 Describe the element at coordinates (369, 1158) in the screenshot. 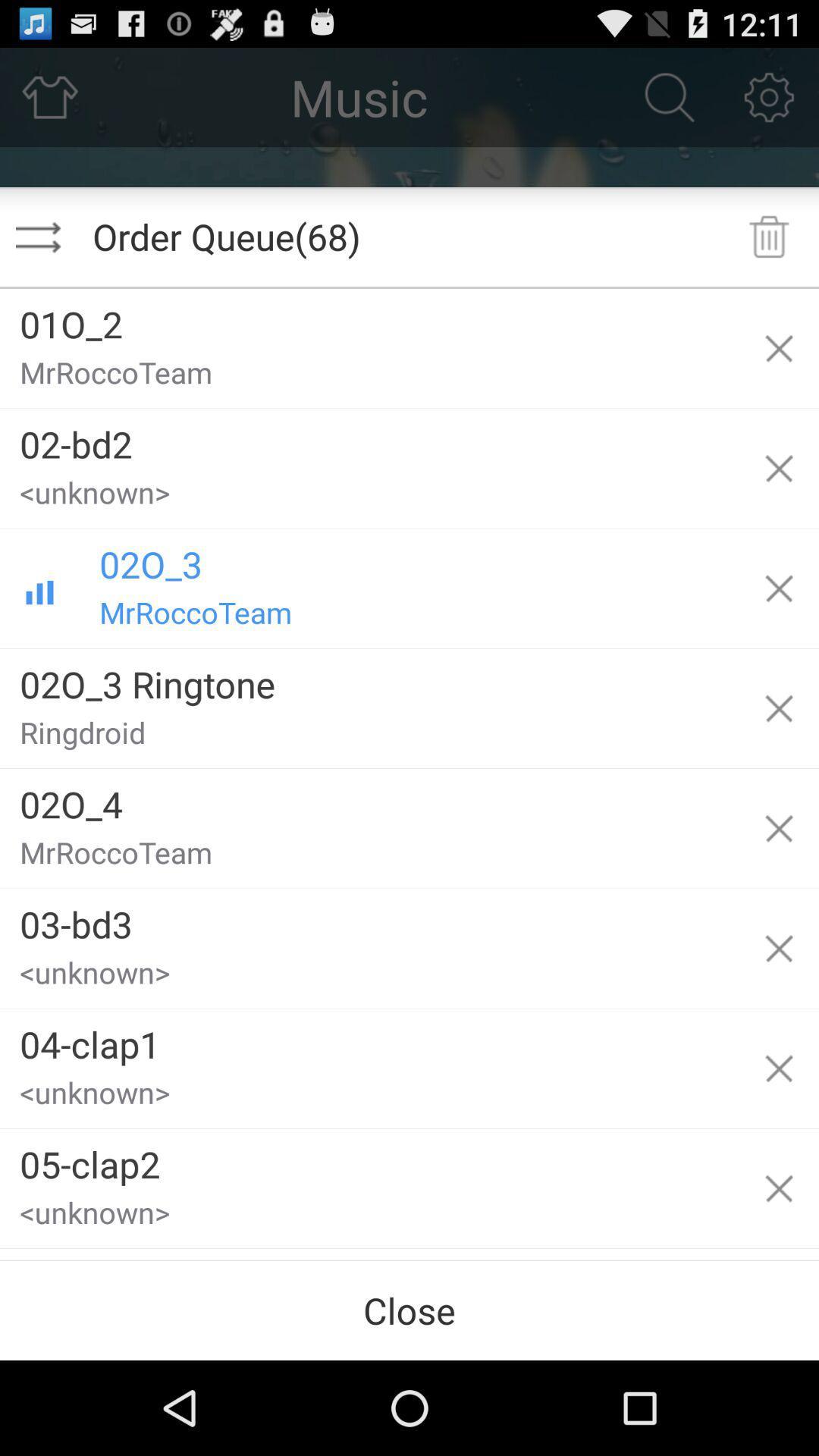

I see `the 05-clap2 icon` at that location.